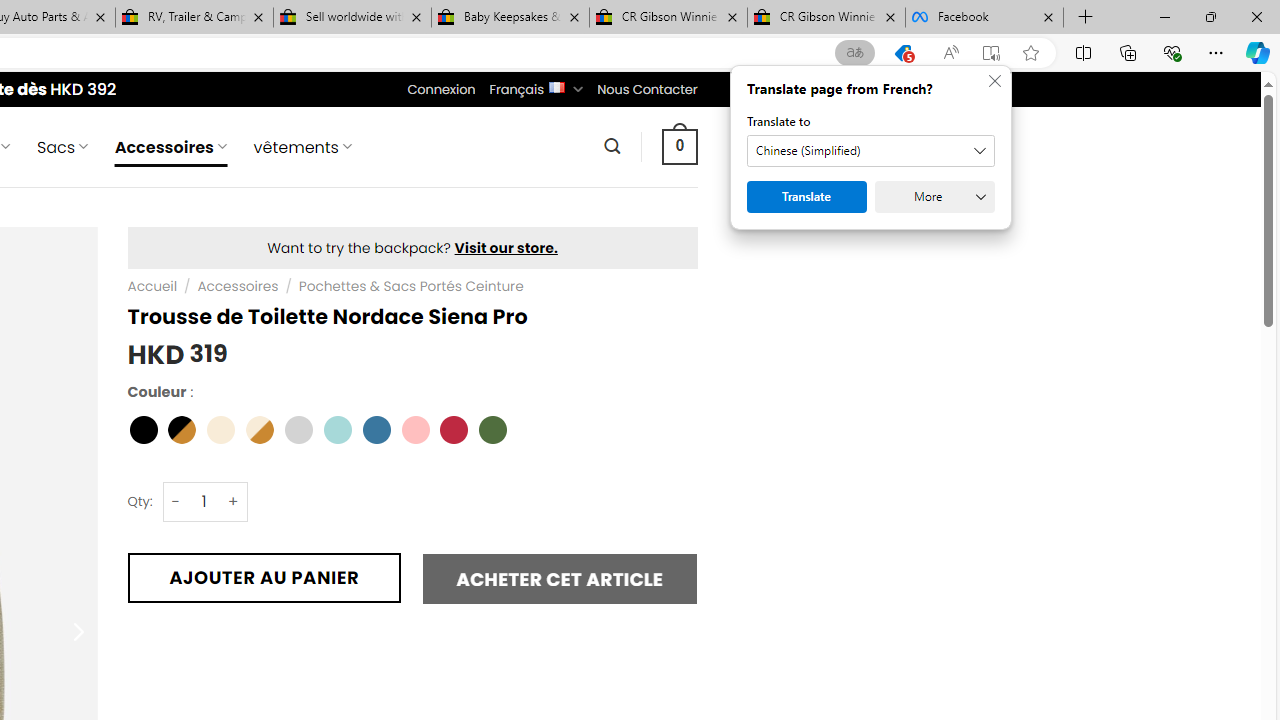 The width and height of the screenshot is (1280, 720). Describe the element at coordinates (510, 17) in the screenshot. I see `'Baby Keepsakes & Announcements for sale | eBay'` at that location.